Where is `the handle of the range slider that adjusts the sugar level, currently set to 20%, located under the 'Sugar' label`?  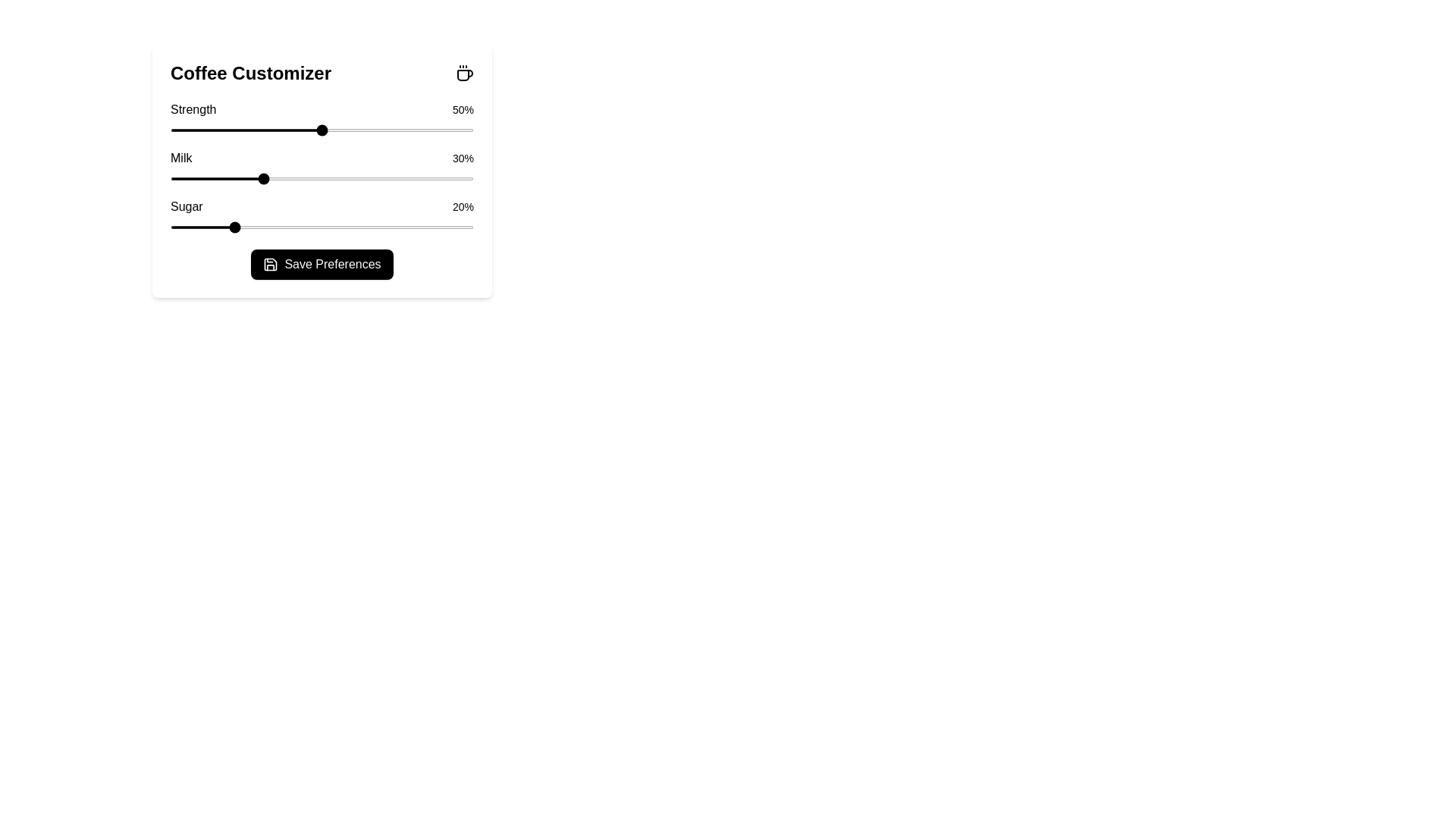
the handle of the range slider that adjusts the sugar level, currently set to 20%, located under the 'Sugar' label is located at coordinates (322, 227).